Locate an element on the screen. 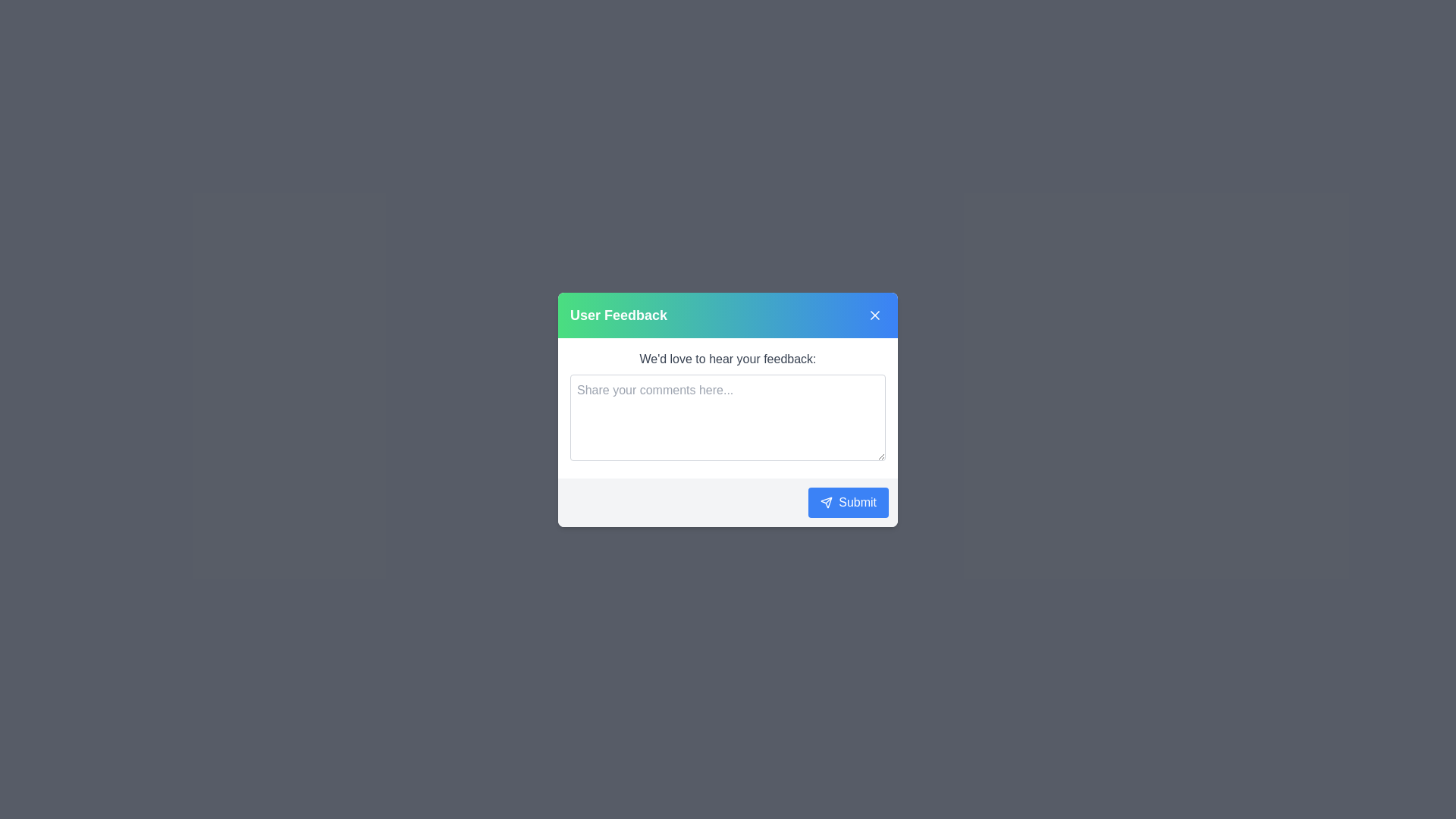 The height and width of the screenshot is (819, 1456). the Text label that titles the user feedback dialog, located on the left side of the modal header before the close button is located at coordinates (619, 314).